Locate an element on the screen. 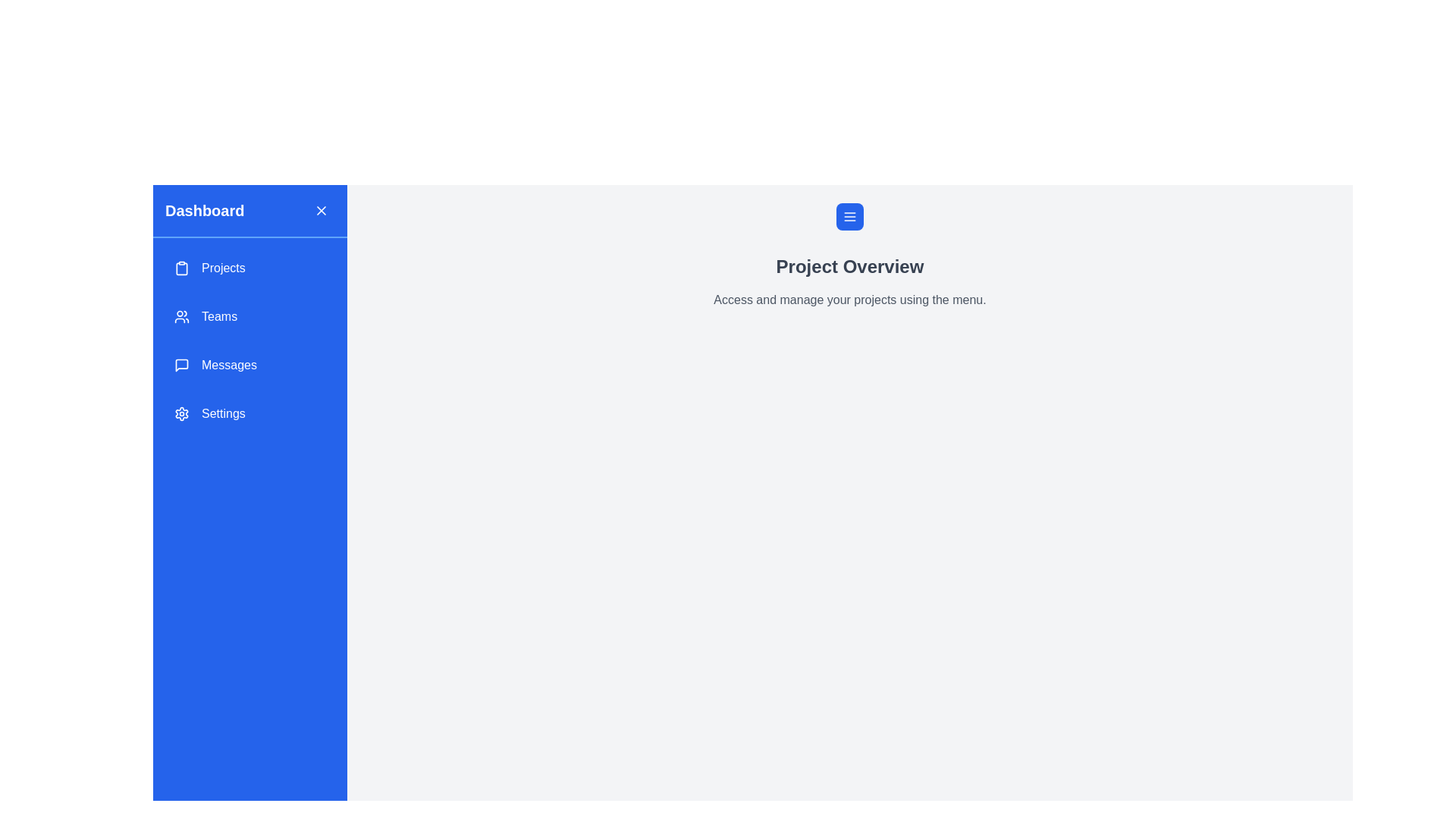  the Close or cancel button located in the top-right corner of the blue sidebar, next to the 'Dashboard' text is located at coordinates (320, 210).